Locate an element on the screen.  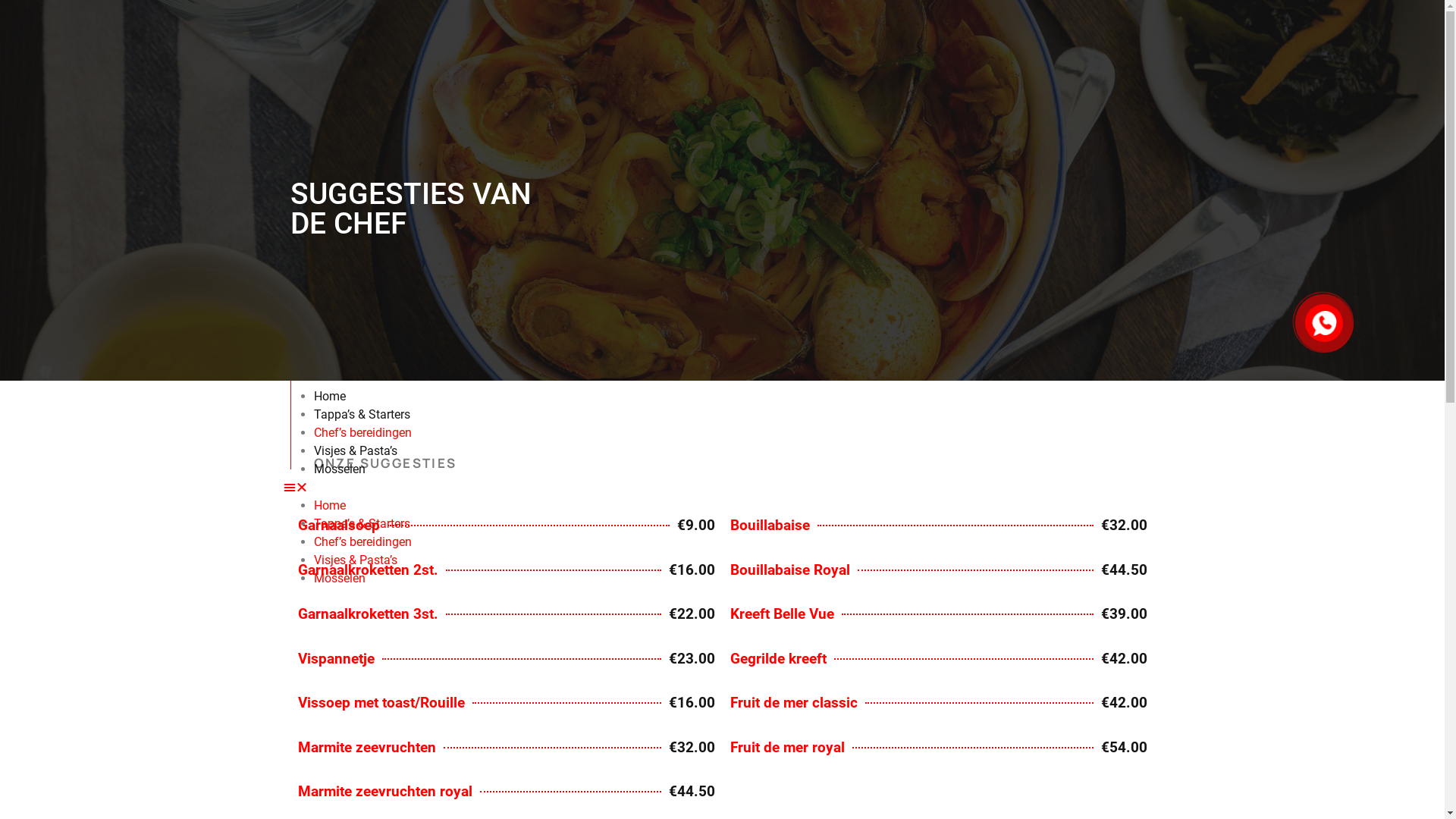
'Mosselen' is located at coordinates (338, 468).